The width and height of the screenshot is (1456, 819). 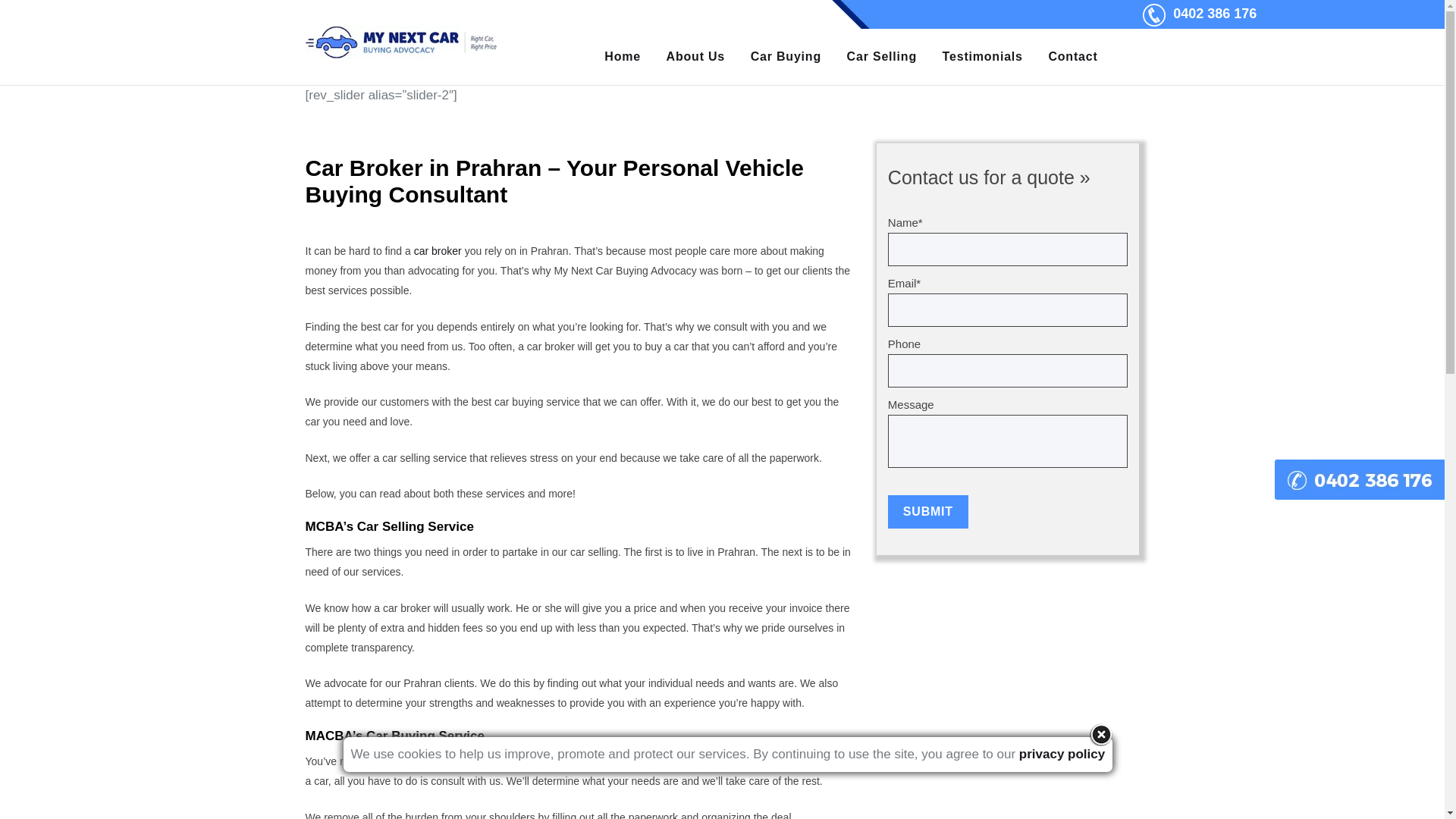 What do you see at coordinates (1215, 14) in the screenshot?
I see `'0402 386 176'` at bounding box center [1215, 14].